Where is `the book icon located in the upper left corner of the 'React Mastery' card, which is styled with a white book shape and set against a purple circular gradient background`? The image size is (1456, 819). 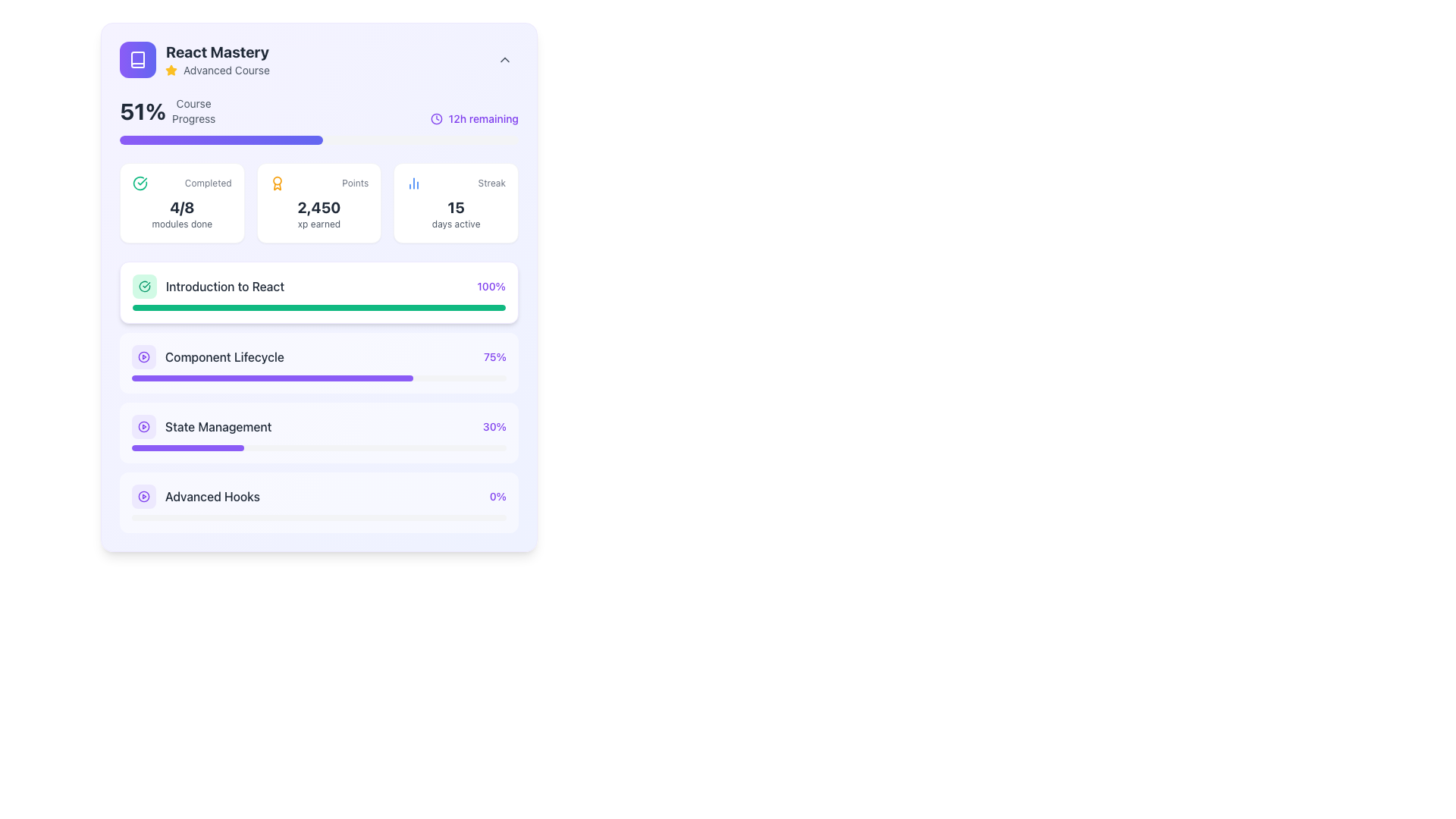
the book icon located in the upper left corner of the 'React Mastery' card, which is styled with a white book shape and set against a purple circular gradient background is located at coordinates (138, 58).